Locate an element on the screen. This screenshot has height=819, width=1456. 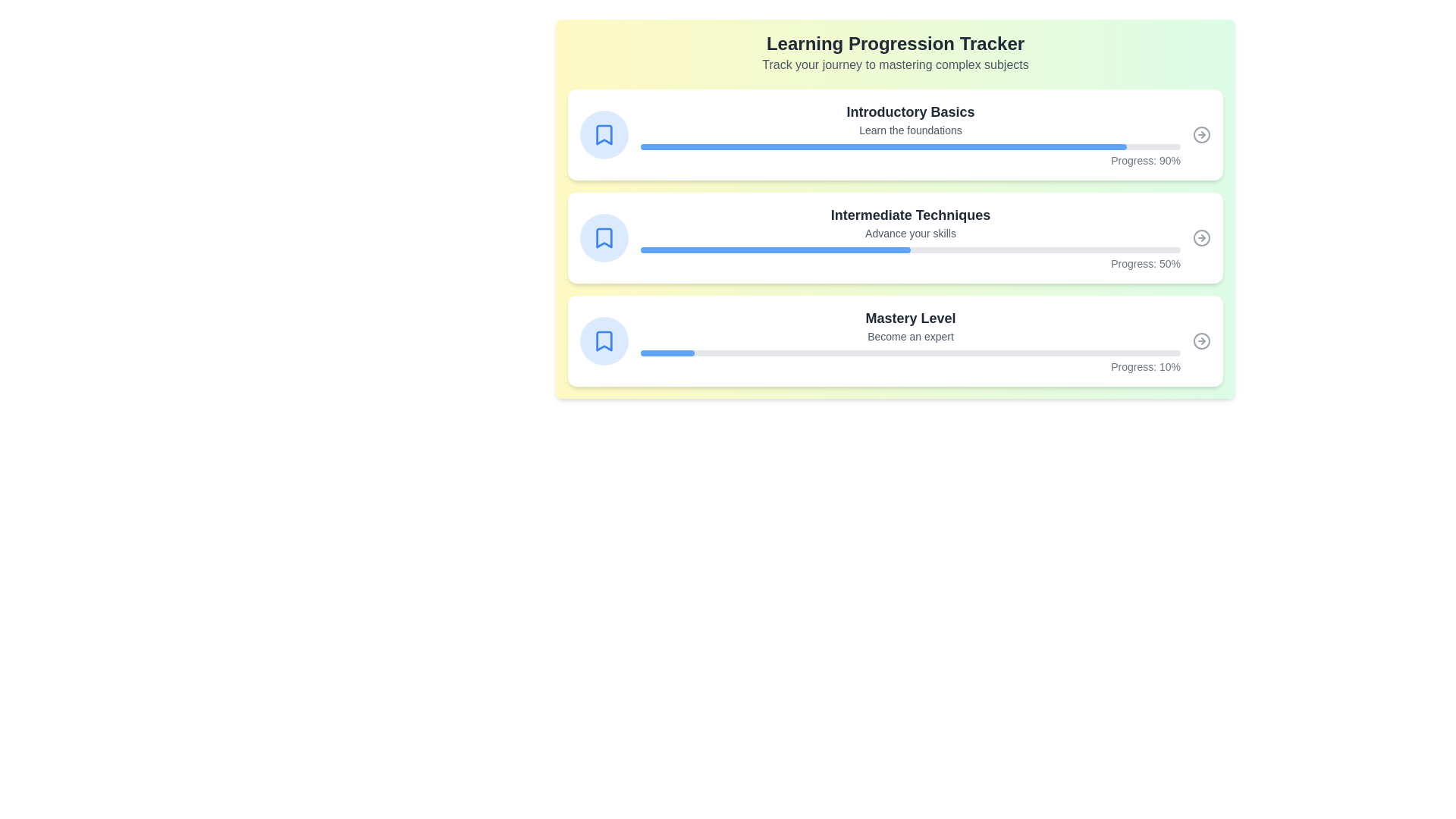
the Informational card with progress indicator for the 'Intermediate Techniques' learning module, which is the second card in a vertical stack of similar sections is located at coordinates (910, 237).